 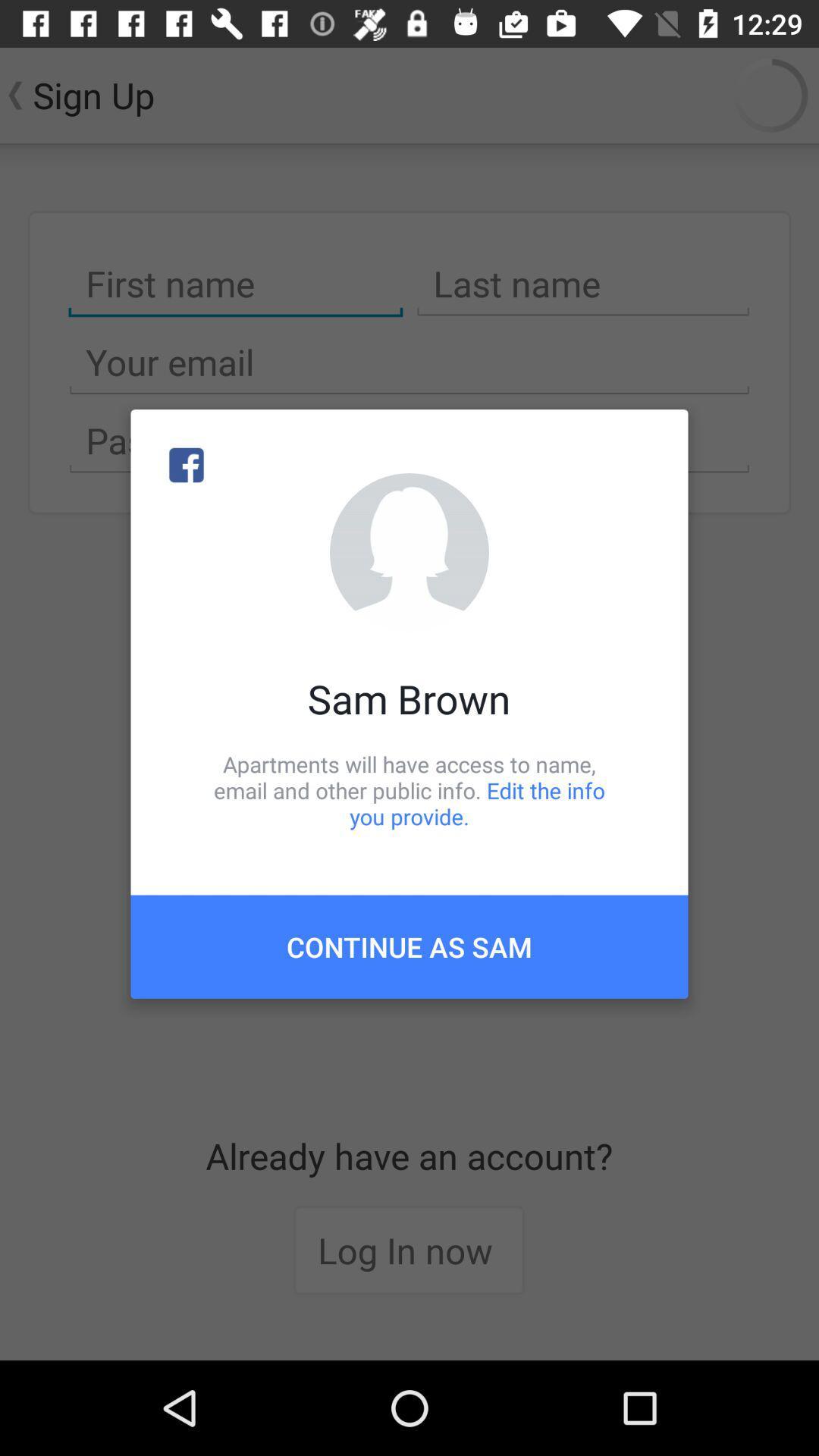 I want to click on the apartments will have, so click(x=409, y=789).